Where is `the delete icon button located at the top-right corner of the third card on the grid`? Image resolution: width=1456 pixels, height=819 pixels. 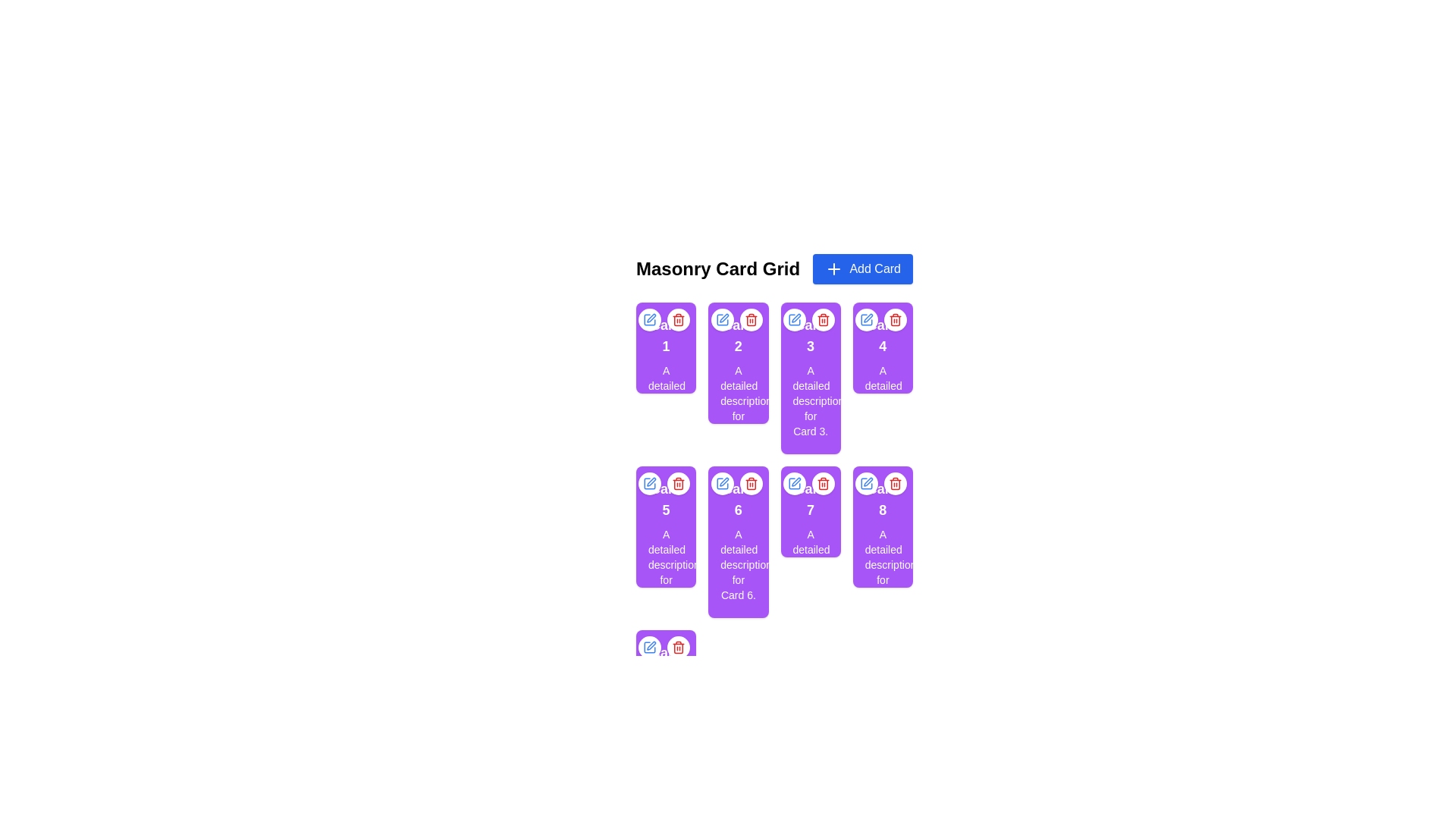
the delete icon button located at the top-right corner of the third card on the grid is located at coordinates (822, 318).